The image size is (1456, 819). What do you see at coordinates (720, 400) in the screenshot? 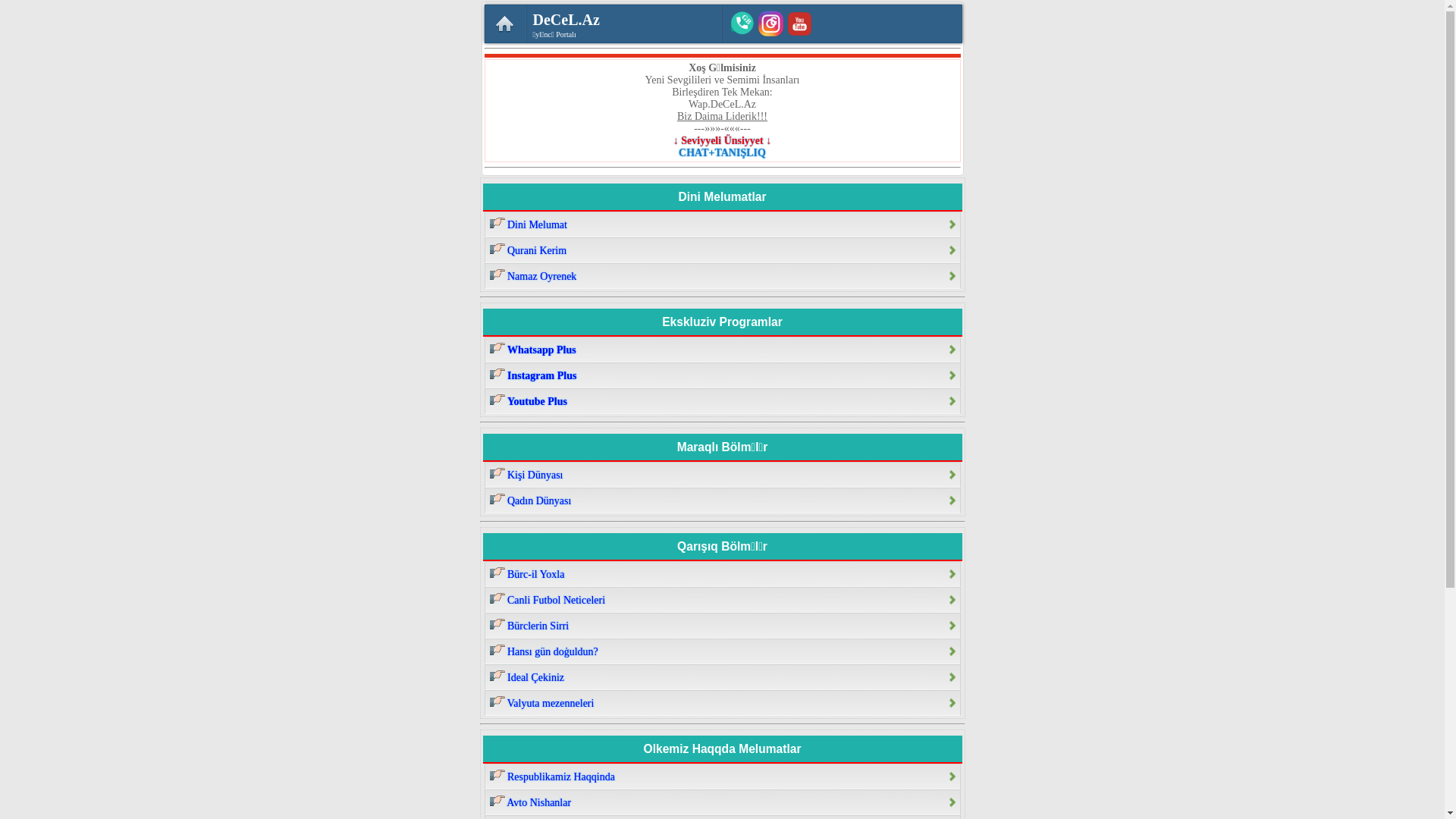
I see `'Youtube Plus'` at bounding box center [720, 400].